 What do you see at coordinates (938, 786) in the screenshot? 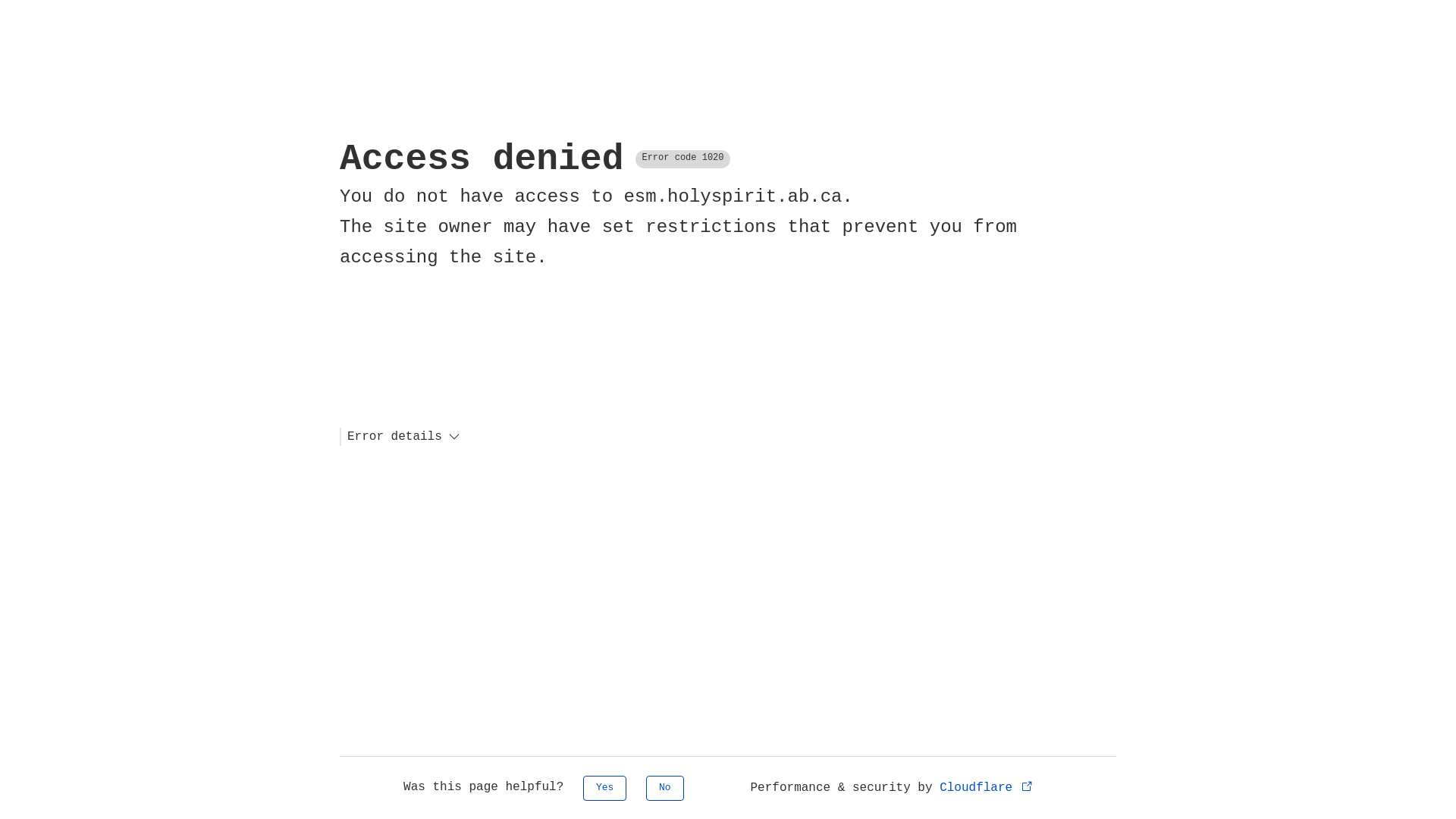
I see `'Cloudflare'` at bounding box center [938, 786].